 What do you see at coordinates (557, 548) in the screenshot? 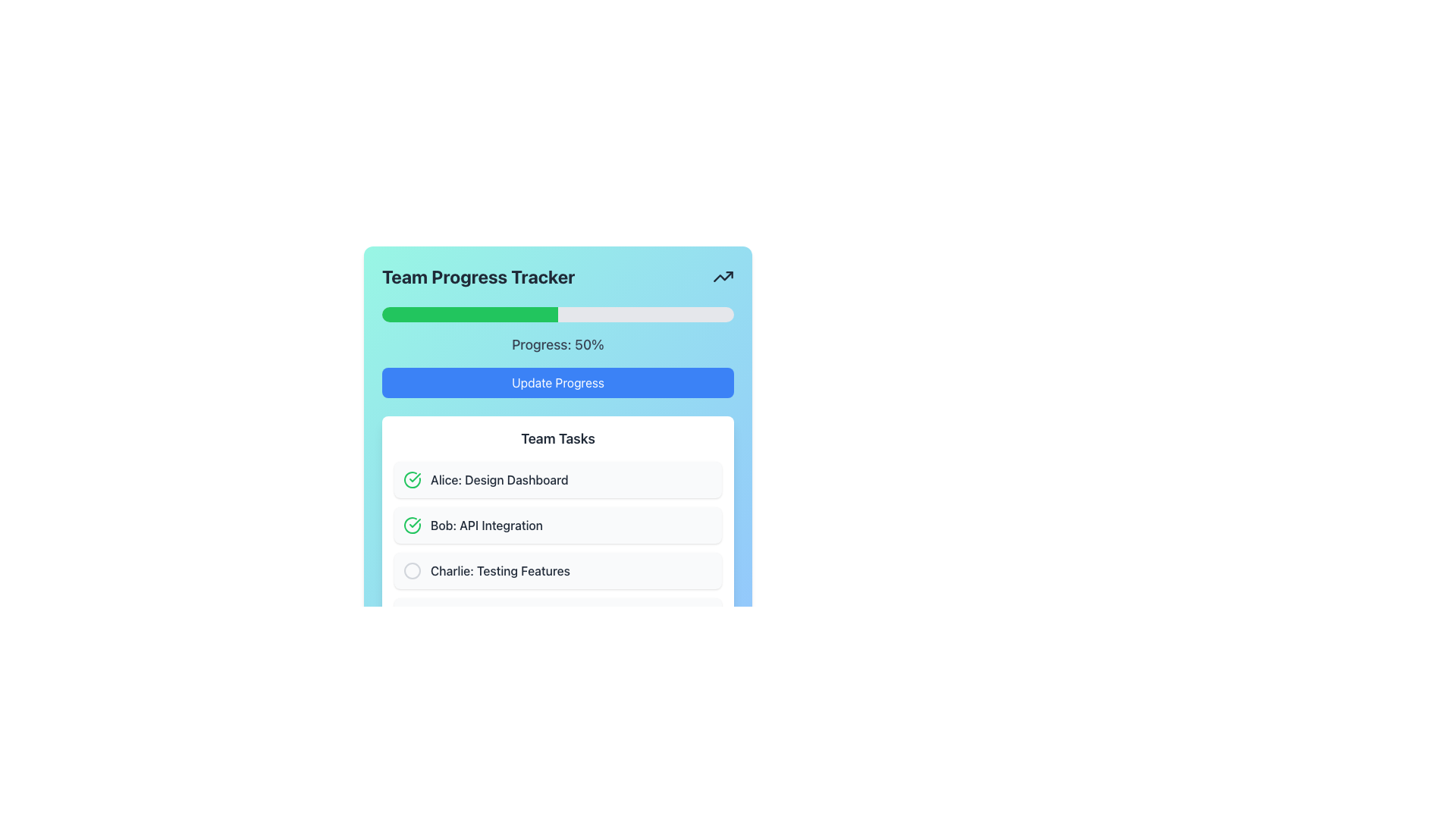
I see `the task item labeled 'Bob: API Integration' in the task tracker` at bounding box center [557, 548].